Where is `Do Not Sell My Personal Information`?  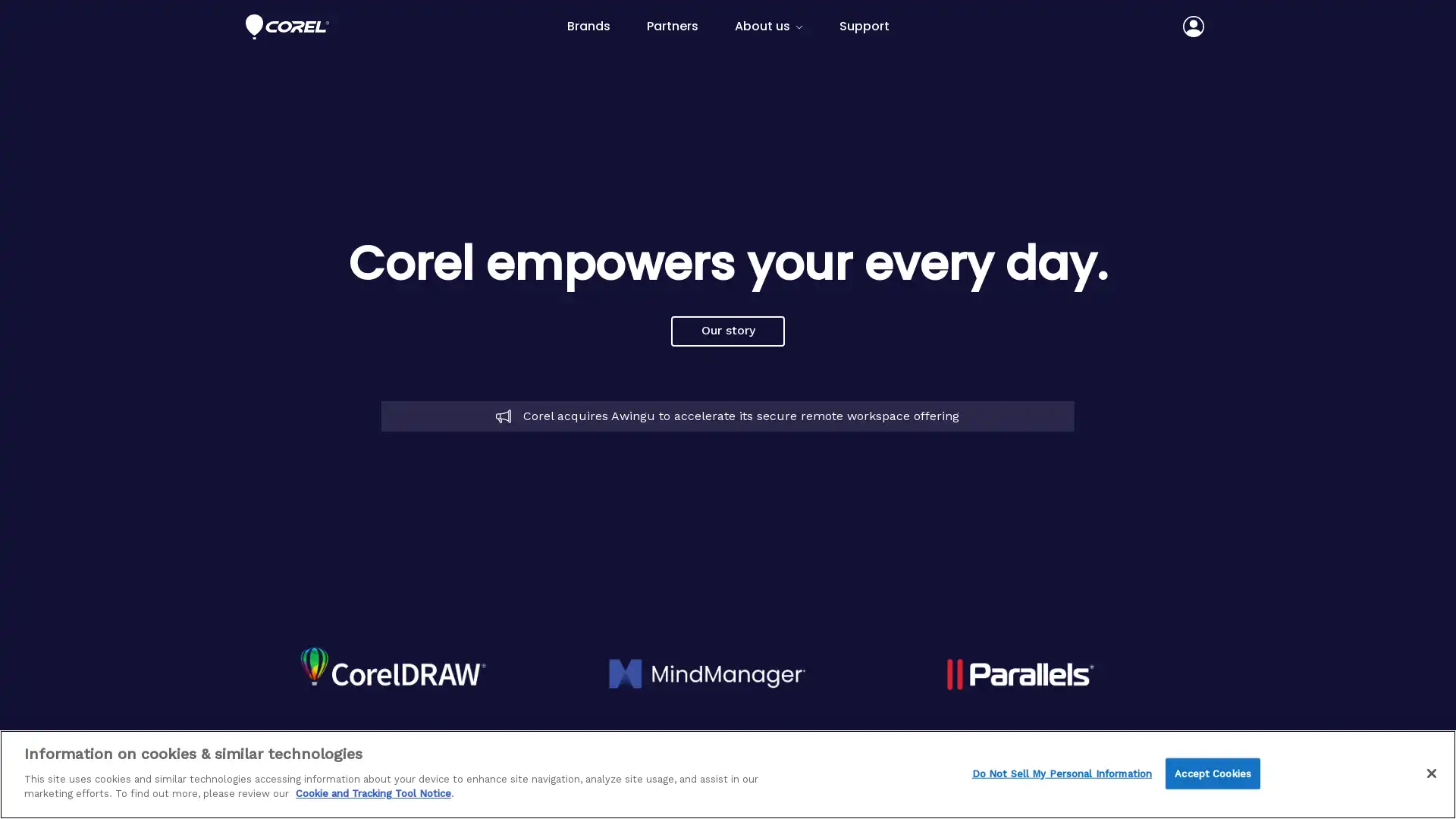 Do Not Sell My Personal Information is located at coordinates (1061, 773).